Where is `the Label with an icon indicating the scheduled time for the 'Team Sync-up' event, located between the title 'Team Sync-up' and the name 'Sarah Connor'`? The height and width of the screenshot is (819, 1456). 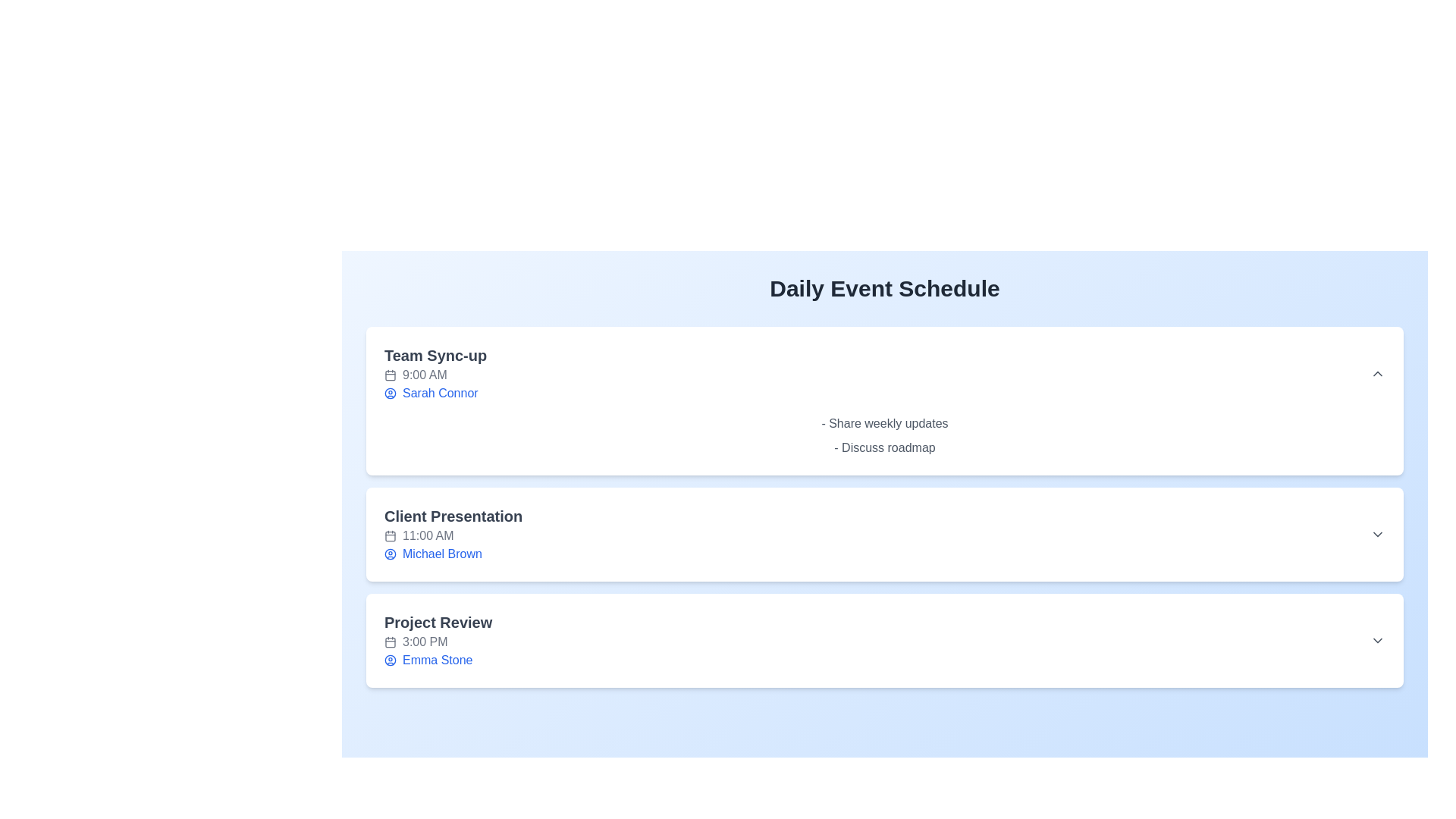
the Label with an icon indicating the scheduled time for the 'Team Sync-up' event, located between the title 'Team Sync-up' and the name 'Sarah Connor' is located at coordinates (435, 375).